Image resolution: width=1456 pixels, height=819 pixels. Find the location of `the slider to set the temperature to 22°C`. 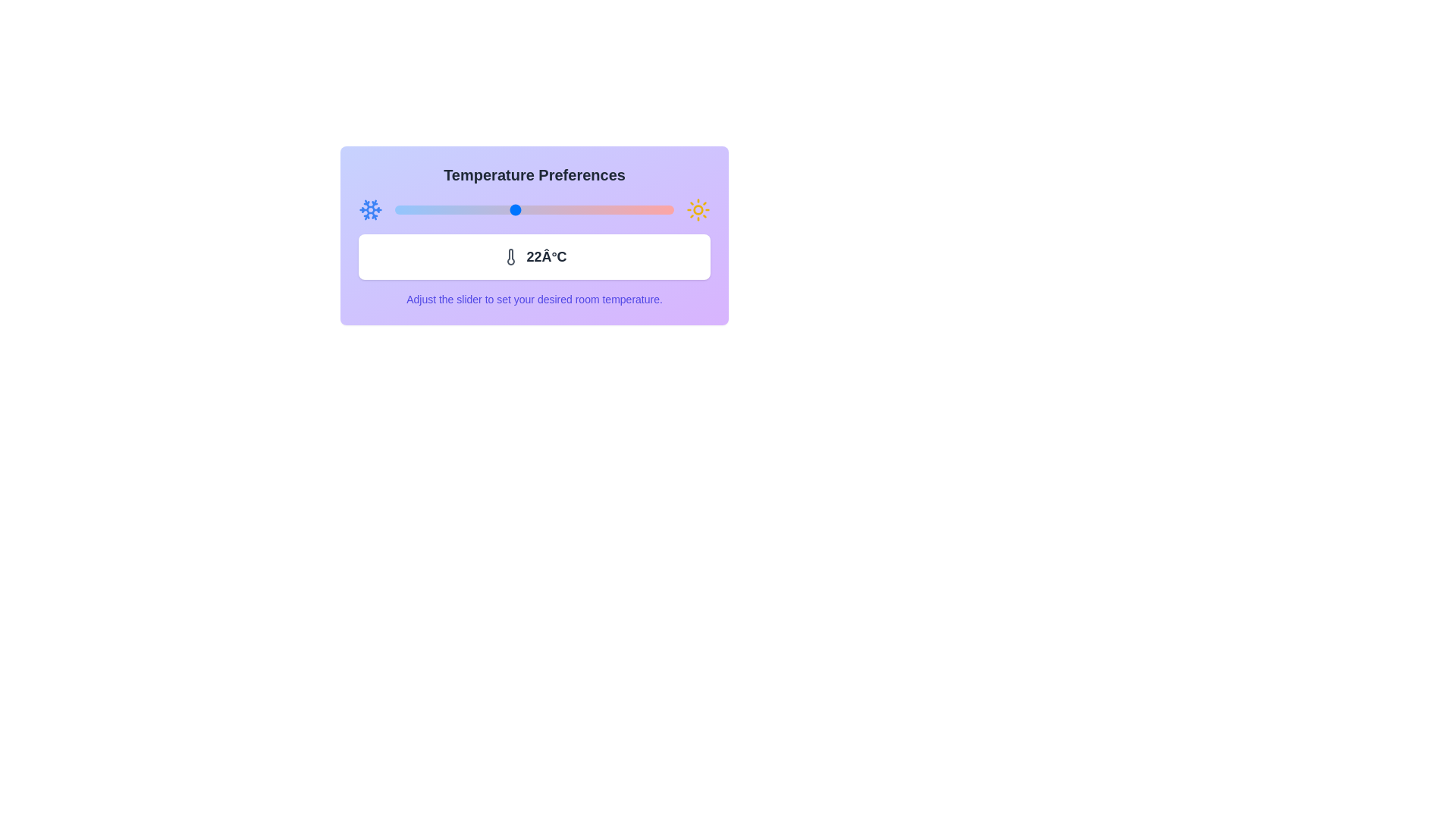

the slider to set the temperature to 22°C is located at coordinates (514, 210).